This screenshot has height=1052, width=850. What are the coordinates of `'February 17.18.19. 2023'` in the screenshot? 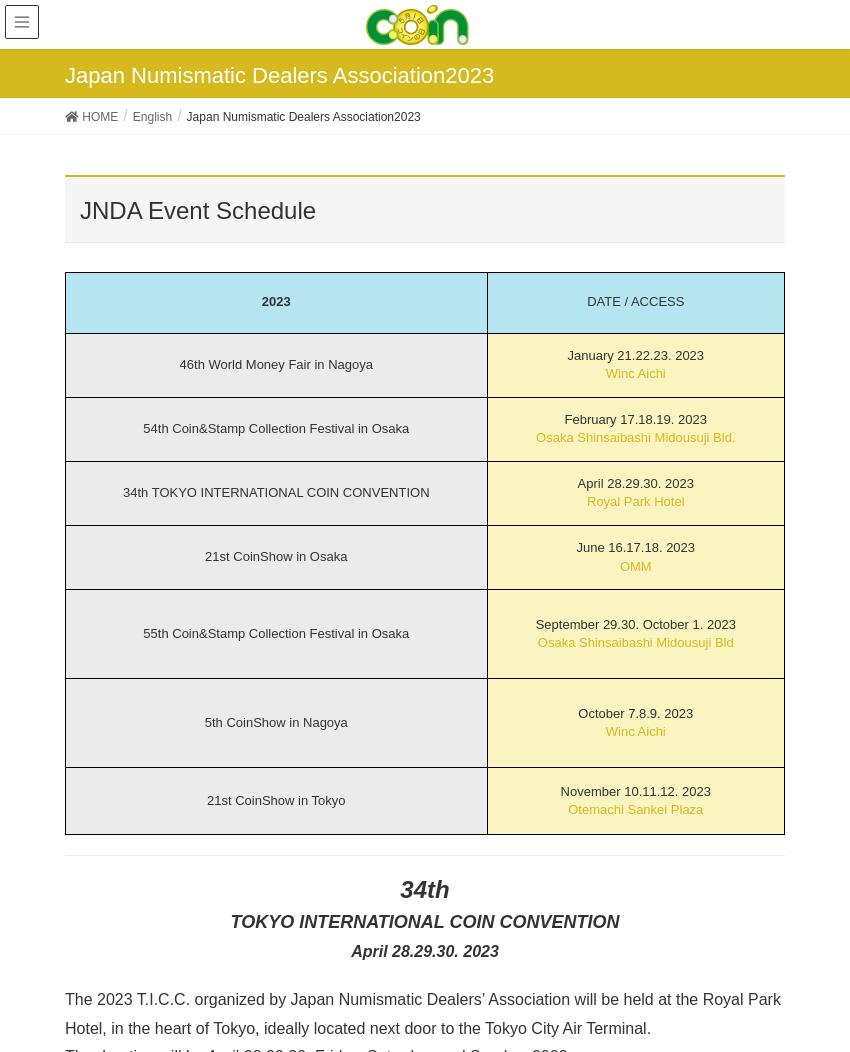 It's located at (634, 417).